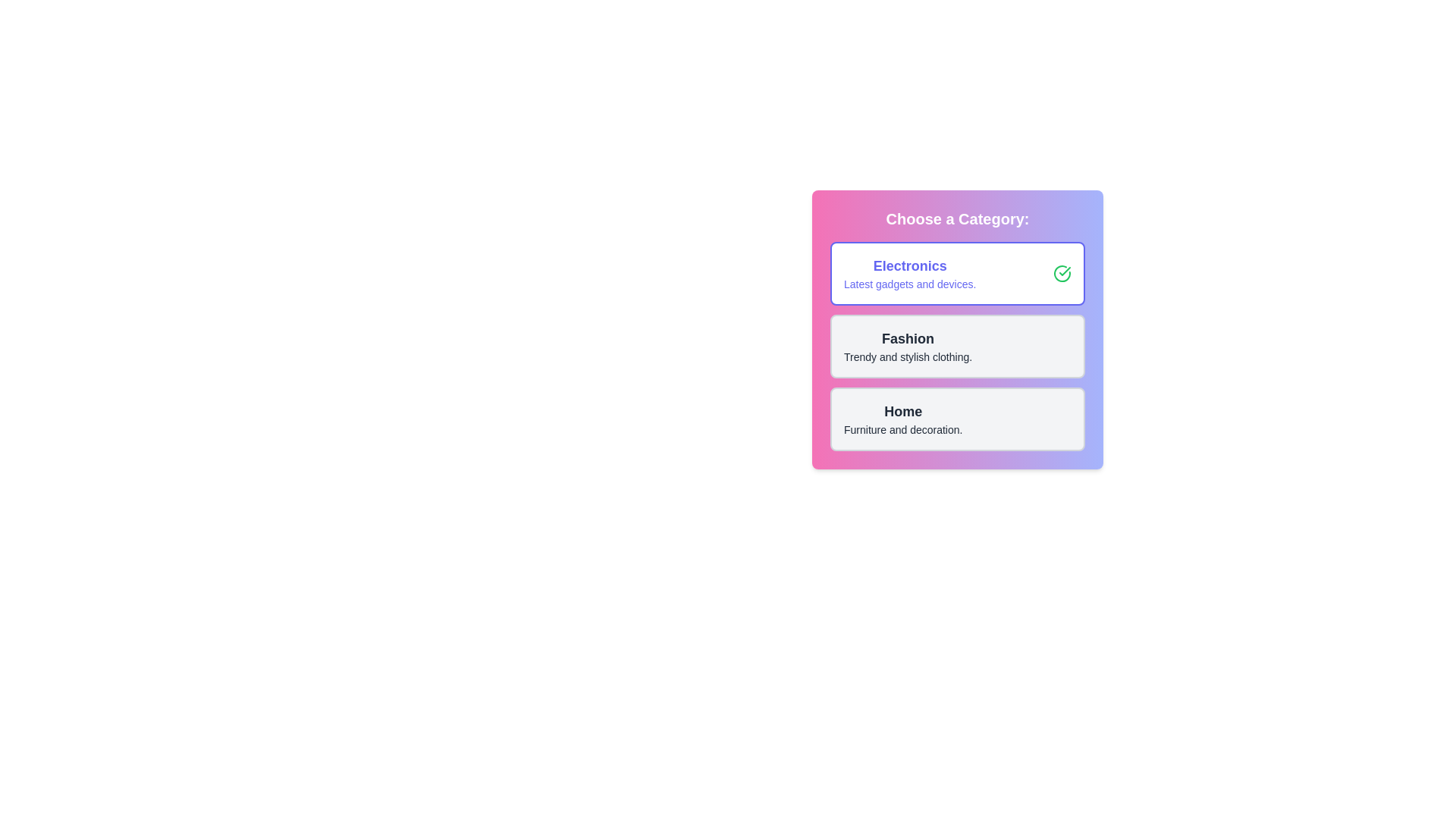 The width and height of the screenshot is (1456, 819). I want to click on the 'Electronics' selection panel, which features a blue border, white background, and a check mark icon, so click(956, 274).